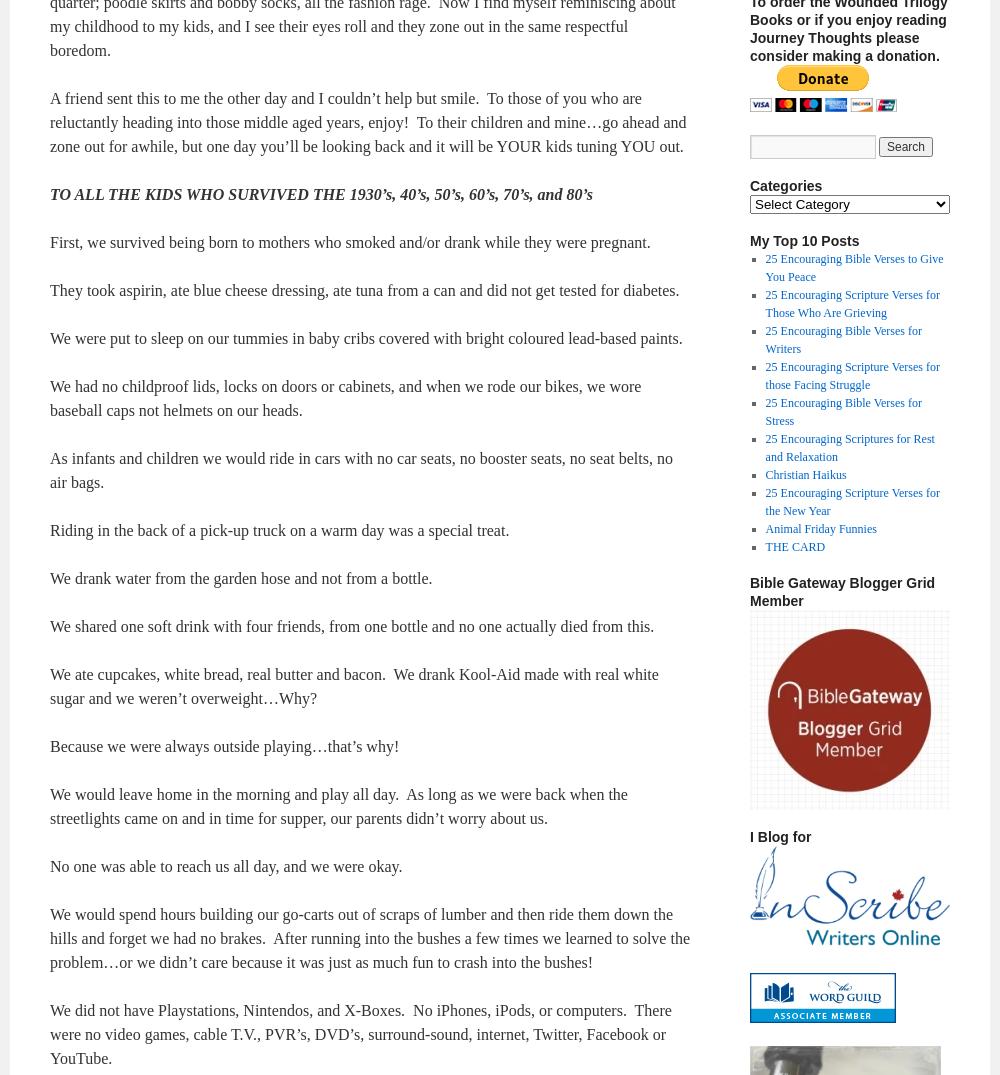 This screenshot has height=1075, width=1000. Describe the element at coordinates (344, 397) in the screenshot. I see `'We had no childproof lids, locks on doors or cabinets, and when we rode our bikes, we wore baseball caps not helmets on our heads.'` at that location.